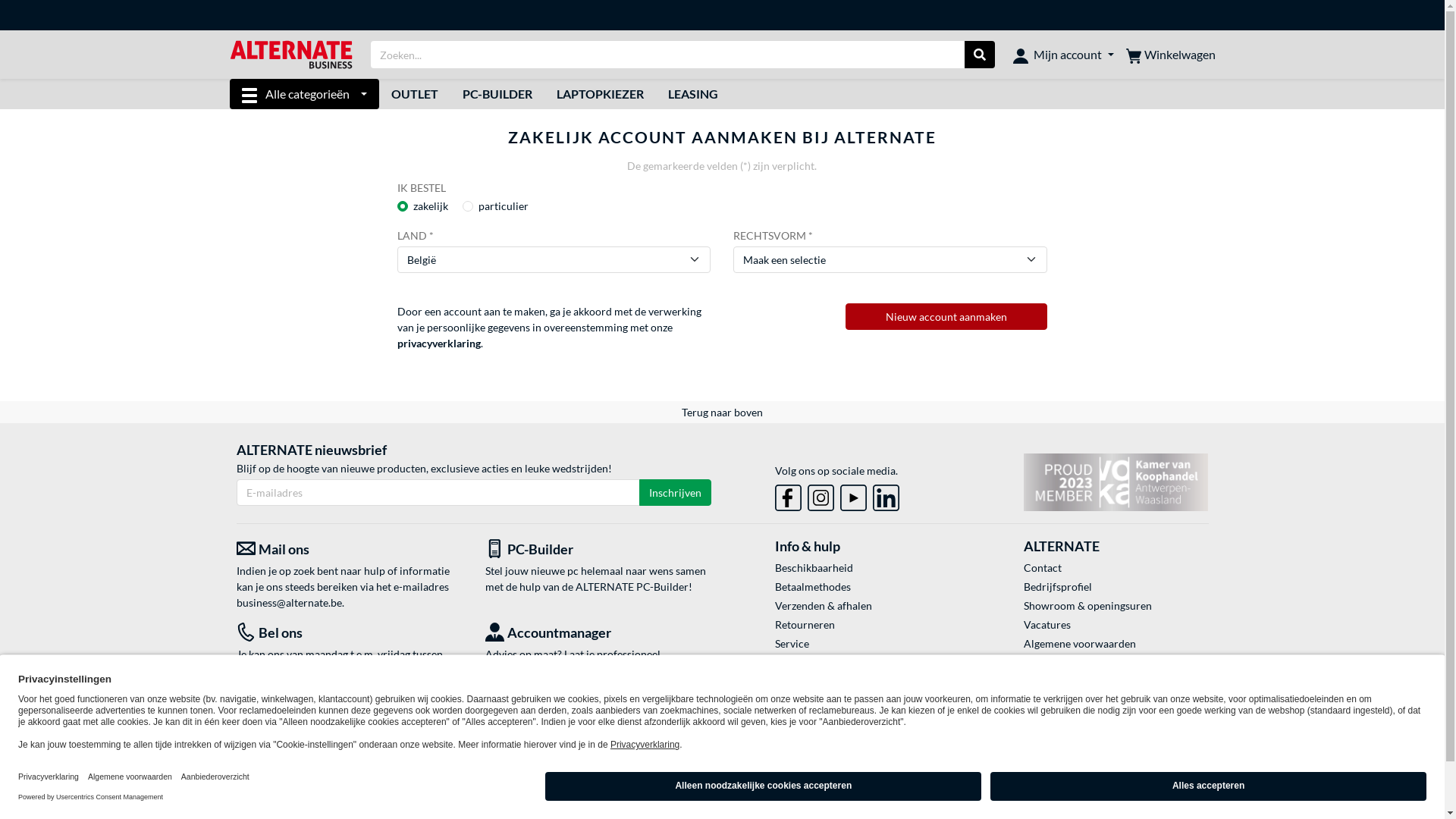  Describe the element at coordinates (1023, 604) in the screenshot. I see `'Showroom & openingsuren'` at that location.